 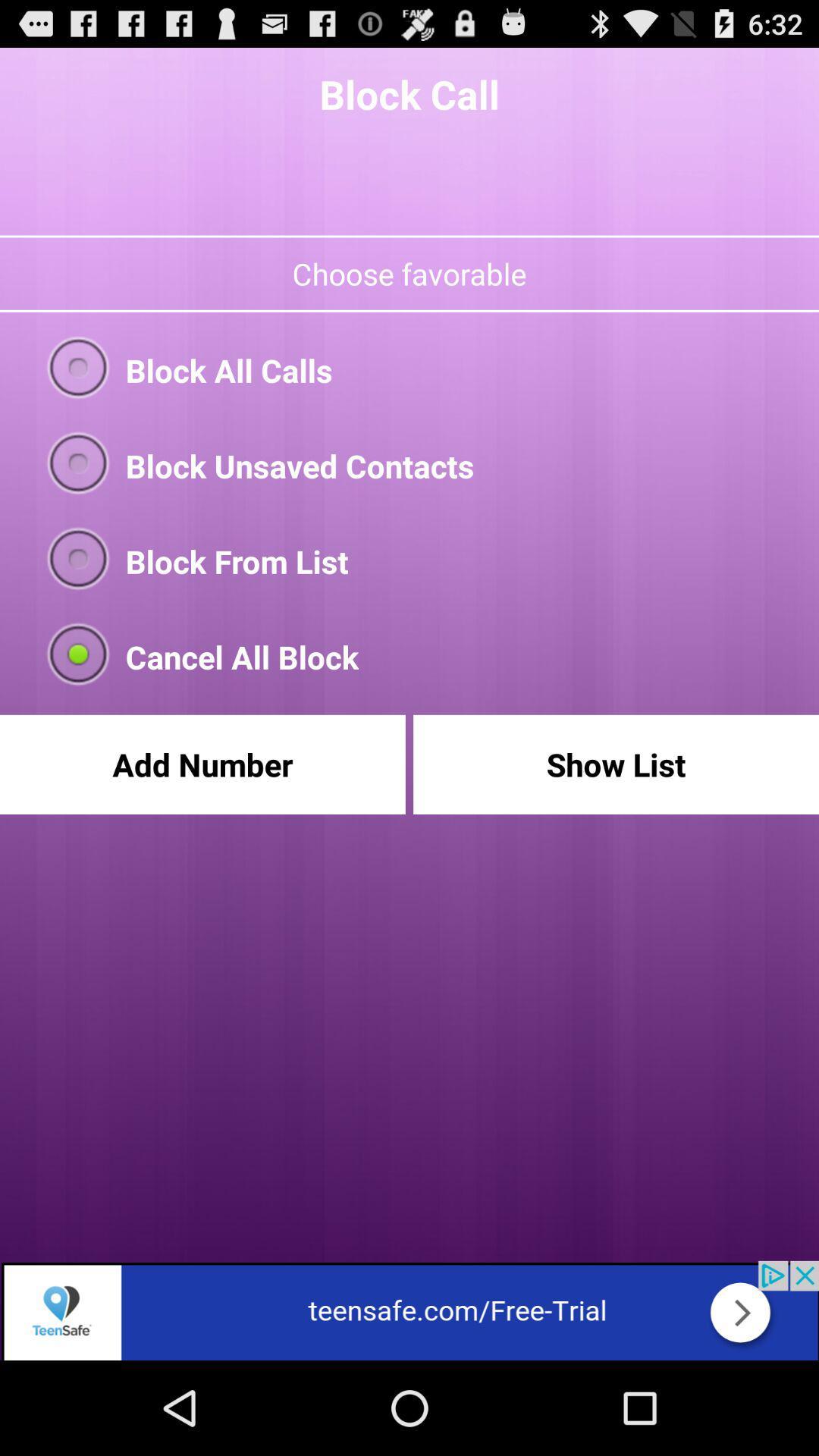 I want to click on the advertisement page, so click(x=409, y=1310).